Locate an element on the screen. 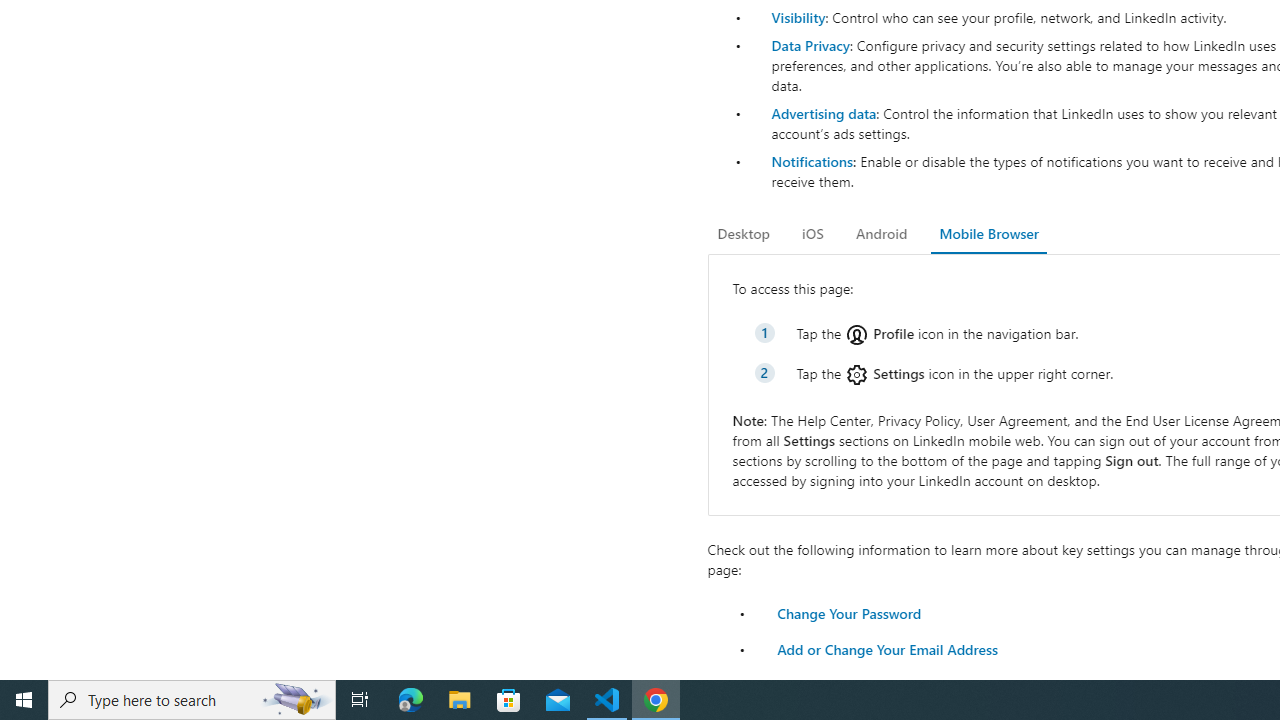 This screenshot has width=1280, height=720. 'Change Your Password' is located at coordinates (849, 612).